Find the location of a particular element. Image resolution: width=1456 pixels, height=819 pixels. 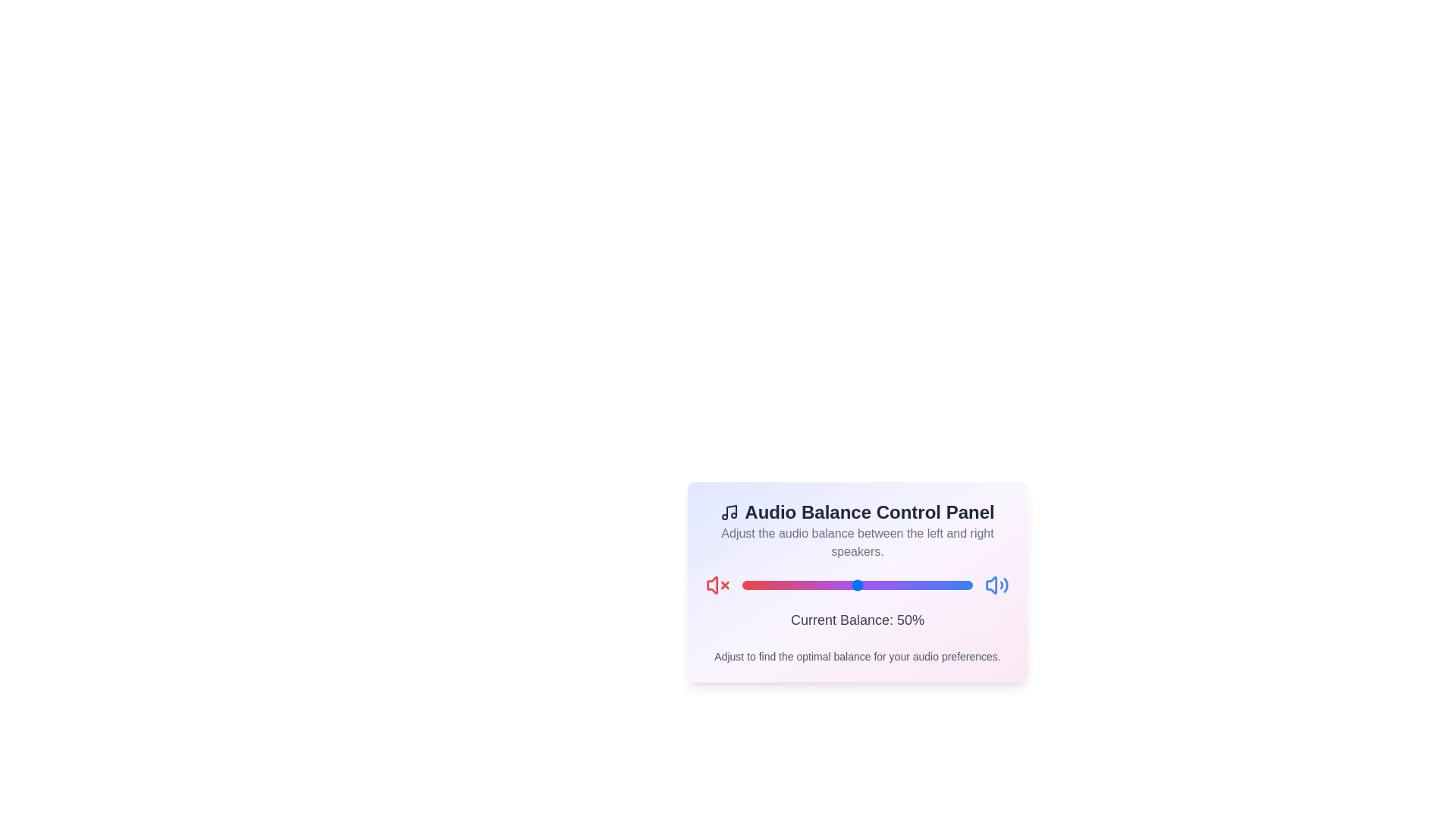

the balance slider to 71% is located at coordinates (905, 584).